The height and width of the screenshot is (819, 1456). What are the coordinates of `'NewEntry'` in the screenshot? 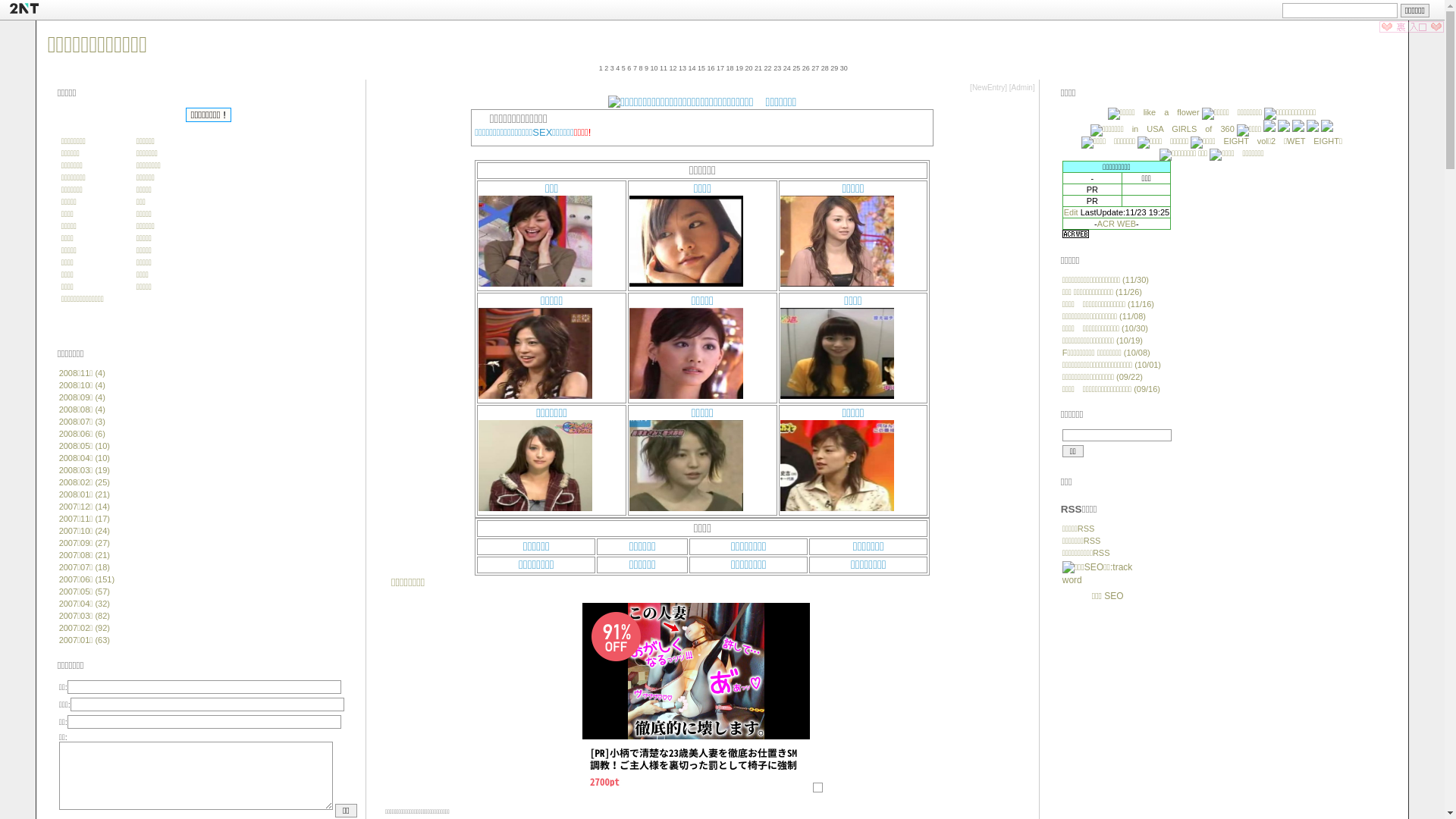 It's located at (988, 87).